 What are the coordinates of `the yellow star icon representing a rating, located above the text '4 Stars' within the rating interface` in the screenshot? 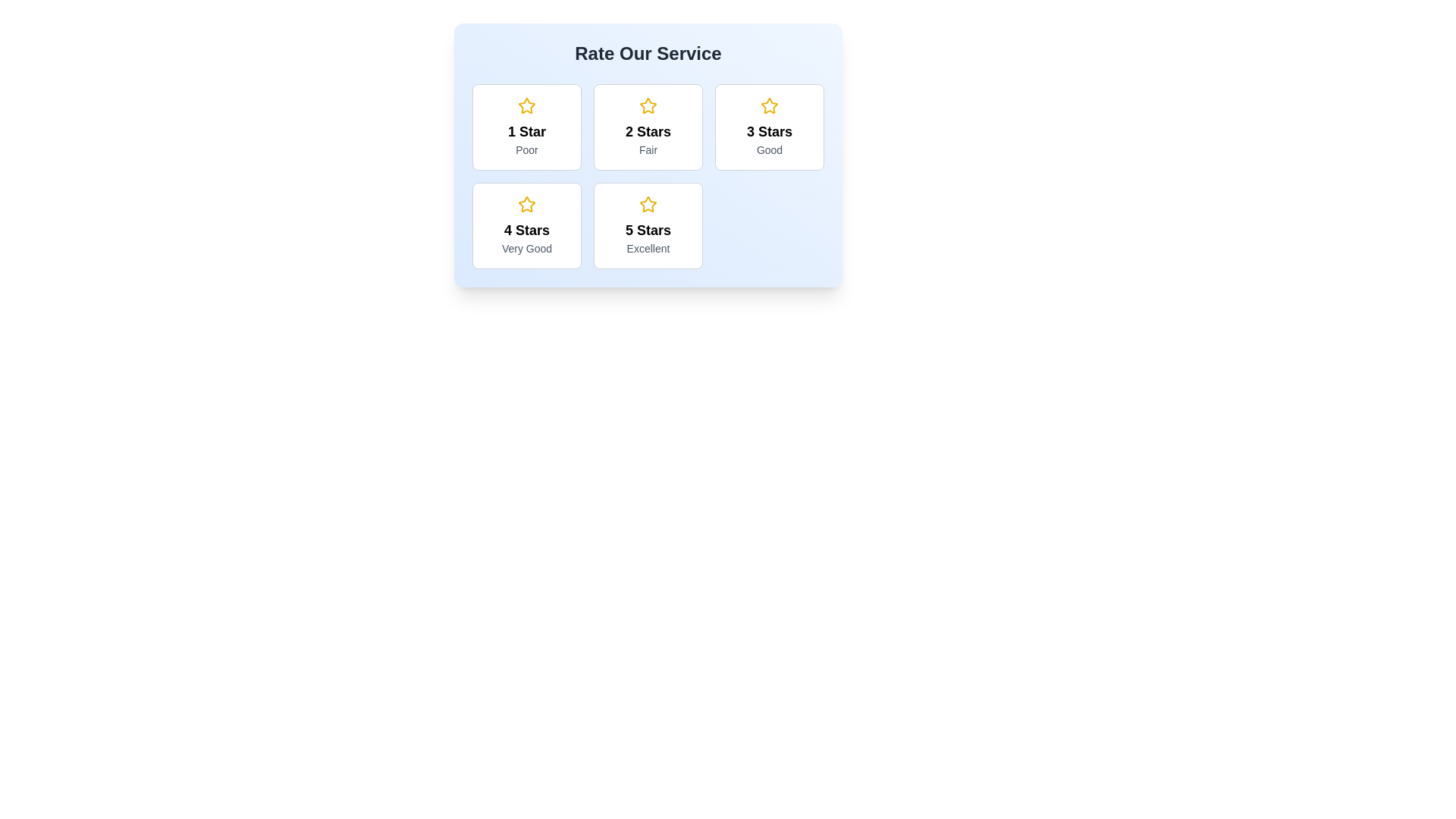 It's located at (527, 205).